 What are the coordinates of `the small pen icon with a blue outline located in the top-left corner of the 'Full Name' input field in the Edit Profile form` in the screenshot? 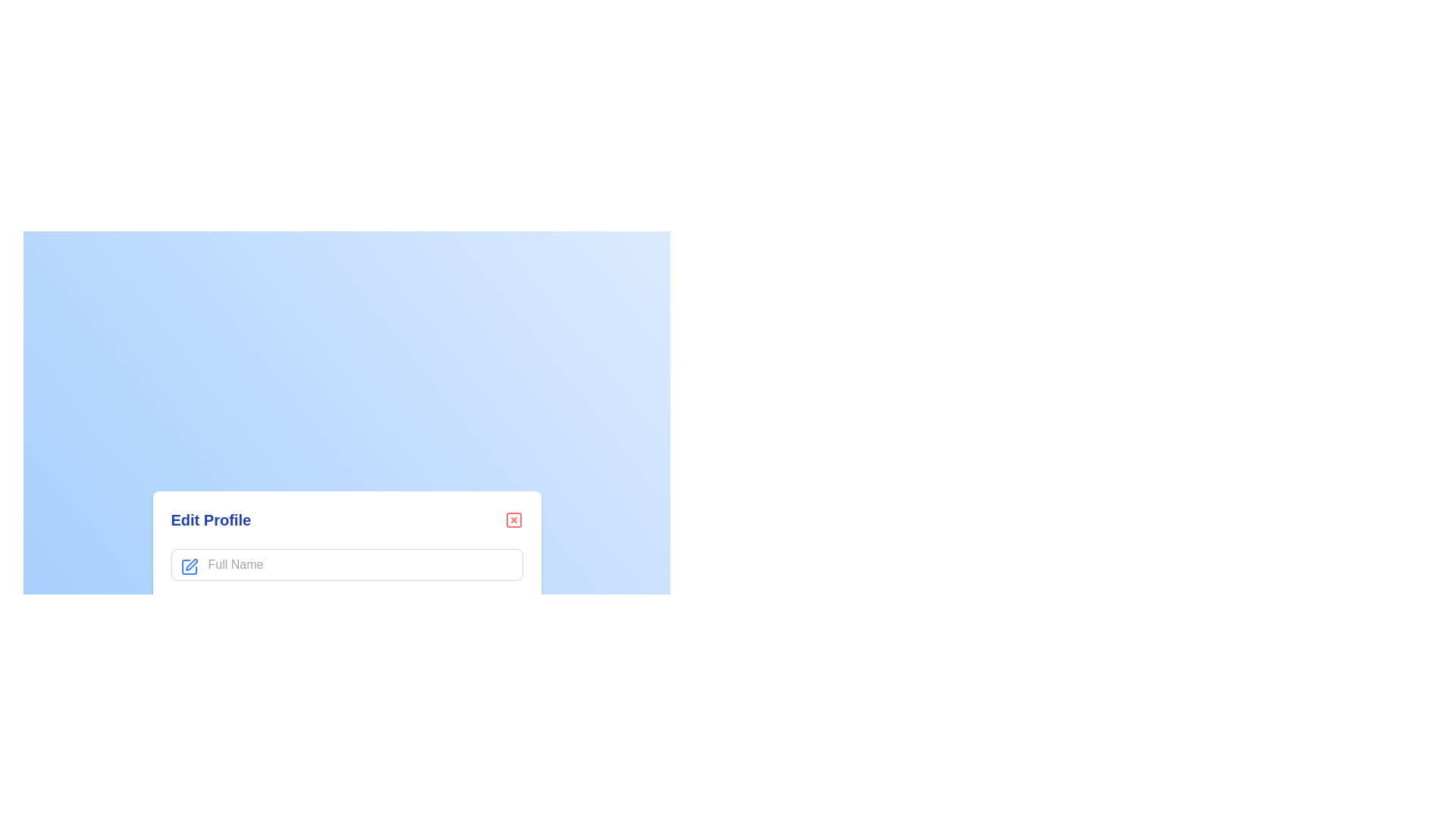 It's located at (190, 564).